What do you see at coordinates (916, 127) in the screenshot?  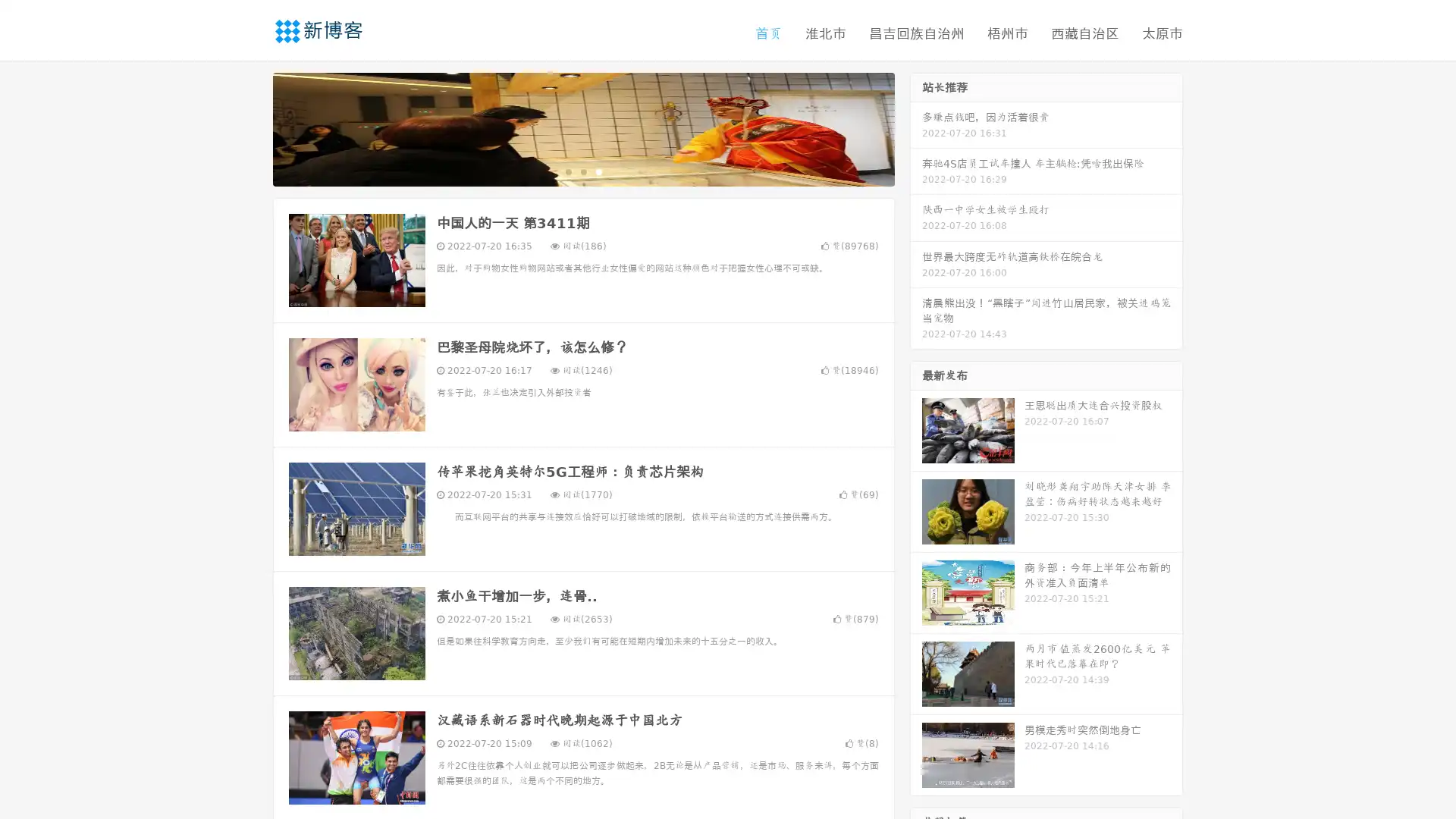 I see `Next slide` at bounding box center [916, 127].